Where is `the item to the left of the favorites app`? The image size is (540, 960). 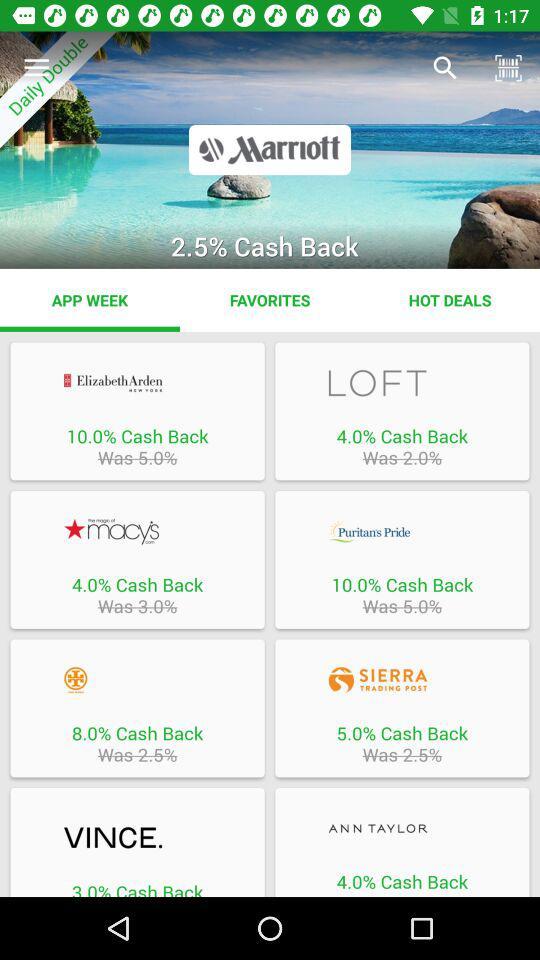
the item to the left of the favorites app is located at coordinates (89, 299).